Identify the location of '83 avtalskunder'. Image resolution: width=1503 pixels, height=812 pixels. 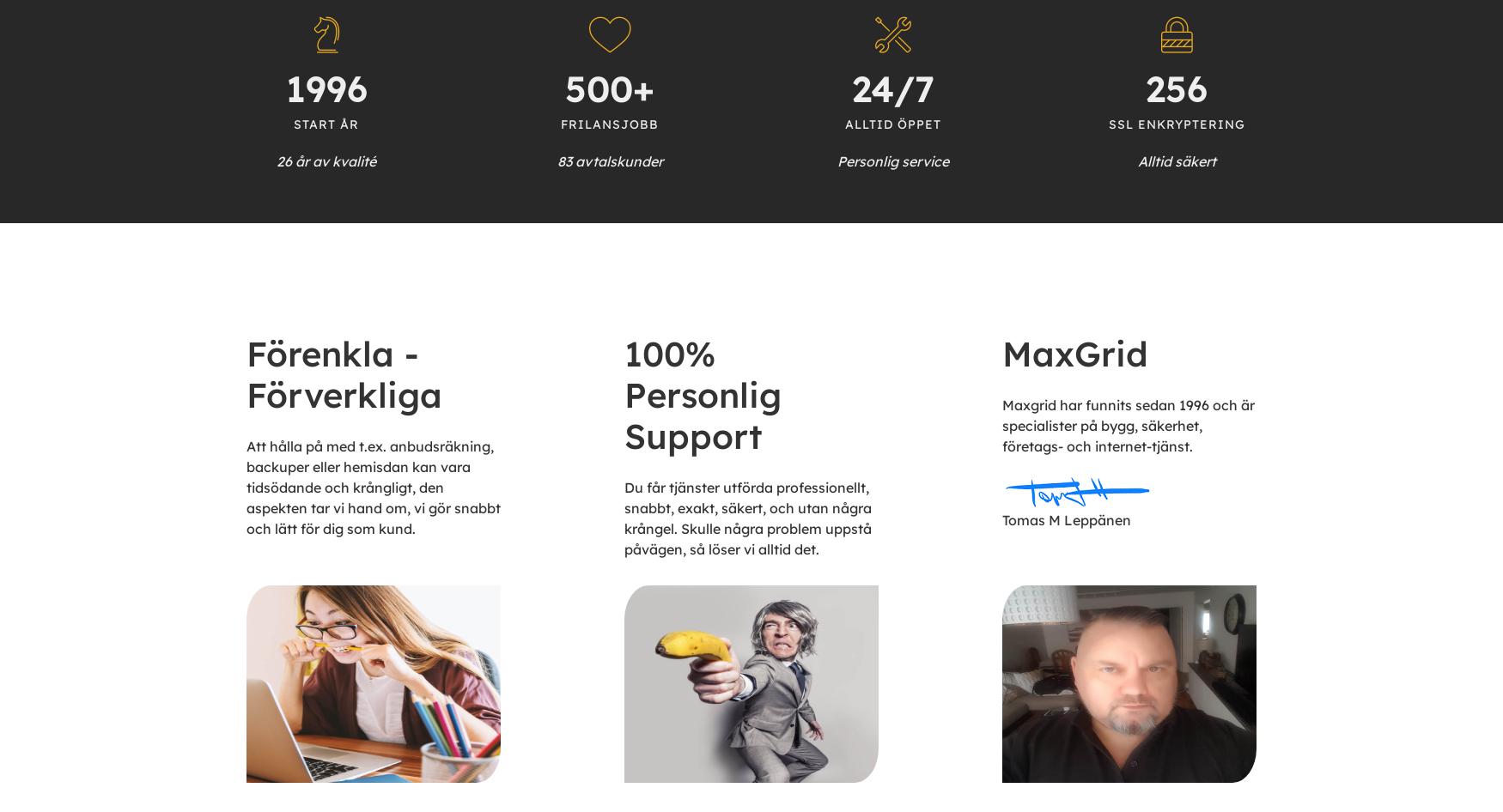
(609, 161).